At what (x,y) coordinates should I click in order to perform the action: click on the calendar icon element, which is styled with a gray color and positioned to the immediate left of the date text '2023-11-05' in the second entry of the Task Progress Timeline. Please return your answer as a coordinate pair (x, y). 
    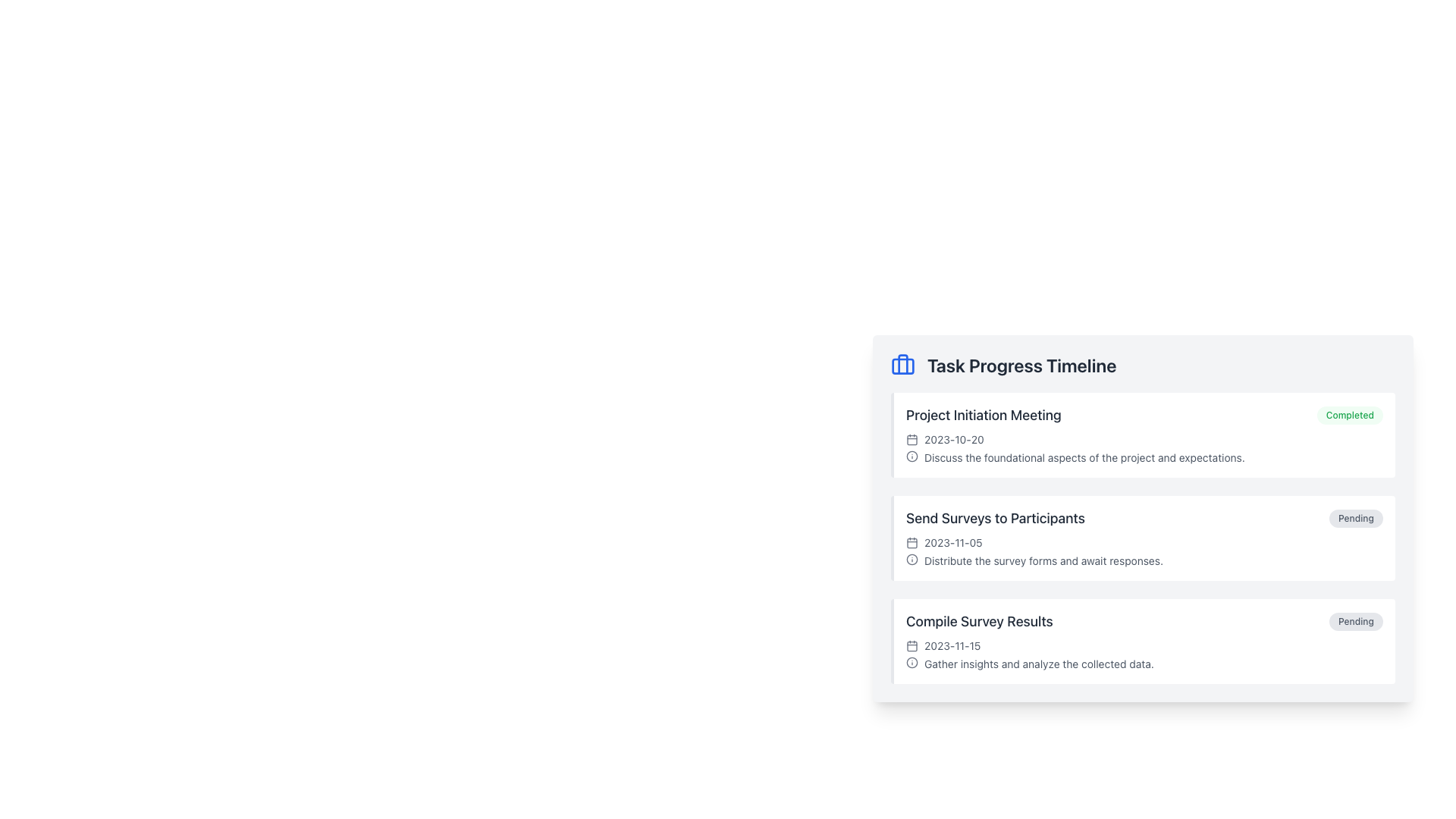
    Looking at the image, I should click on (912, 542).